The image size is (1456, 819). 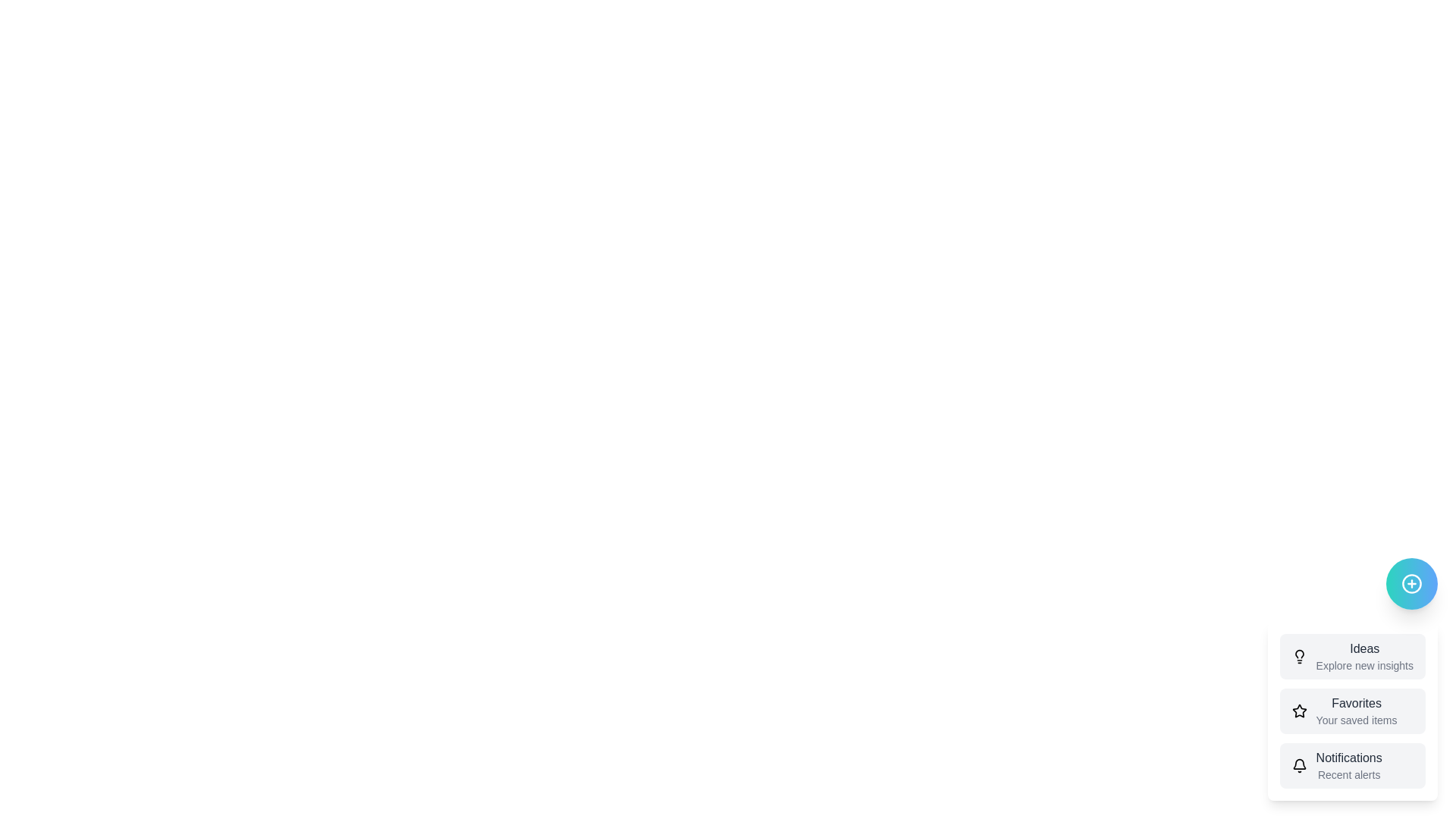 What do you see at coordinates (1357, 704) in the screenshot?
I see `the 'Favorites' label, which is a medium-sized dark gray text label located in the right-bottom floating menu, between the 'Ideas' and 'Notifications' sections` at bounding box center [1357, 704].